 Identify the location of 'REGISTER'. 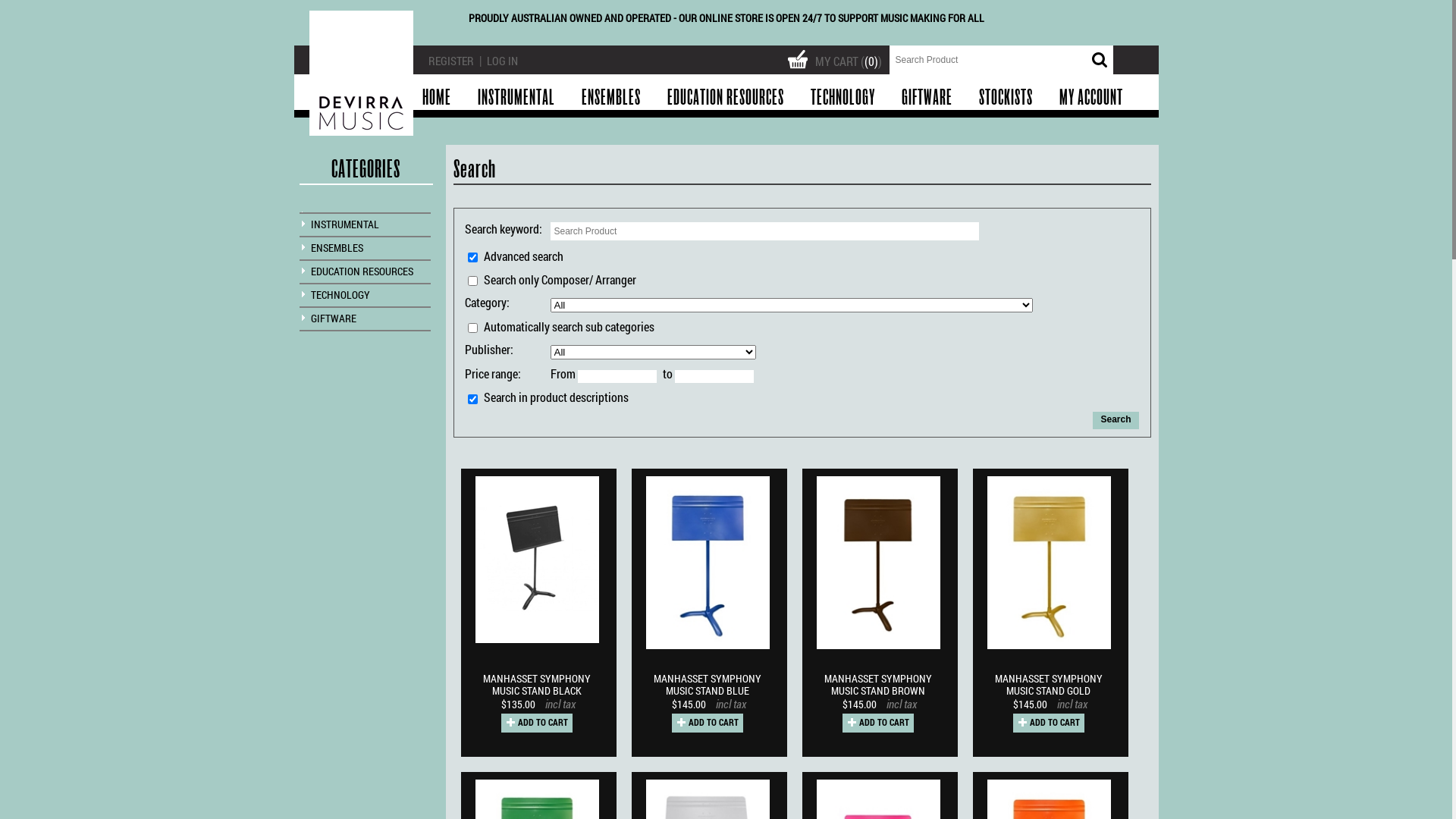
(450, 60).